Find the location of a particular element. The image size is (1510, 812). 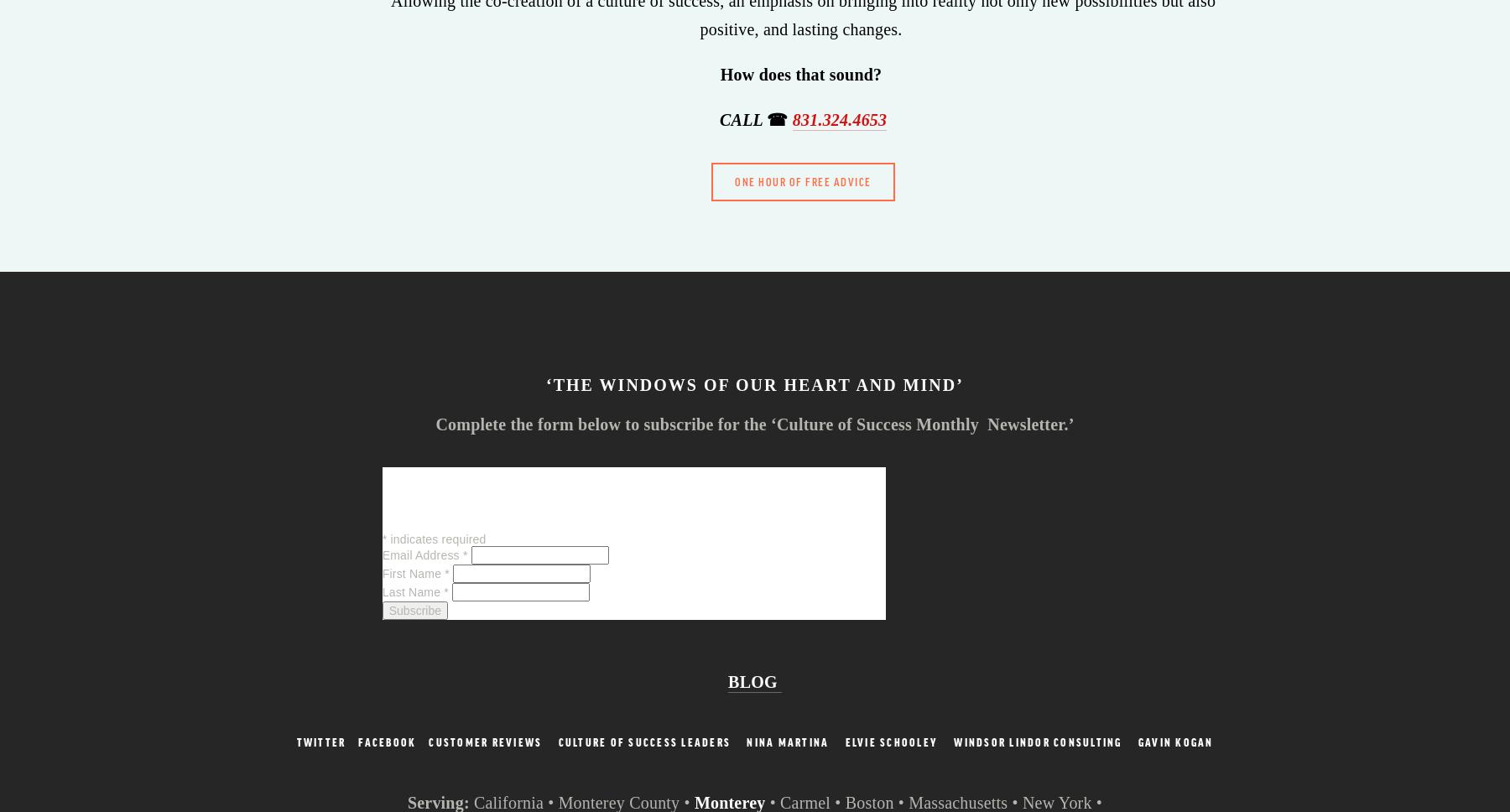

'Twitter' is located at coordinates (320, 741).